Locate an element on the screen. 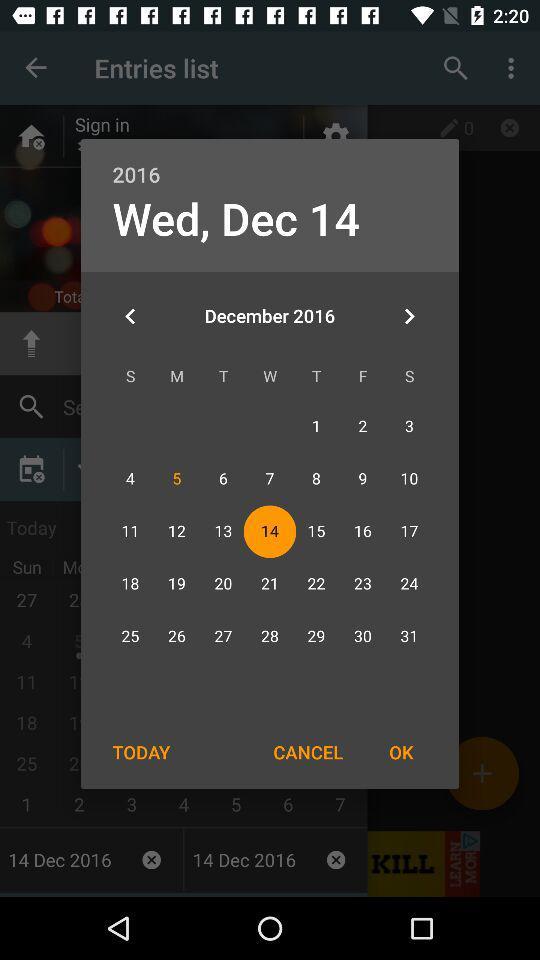  icon below 2016 item is located at coordinates (235, 218).